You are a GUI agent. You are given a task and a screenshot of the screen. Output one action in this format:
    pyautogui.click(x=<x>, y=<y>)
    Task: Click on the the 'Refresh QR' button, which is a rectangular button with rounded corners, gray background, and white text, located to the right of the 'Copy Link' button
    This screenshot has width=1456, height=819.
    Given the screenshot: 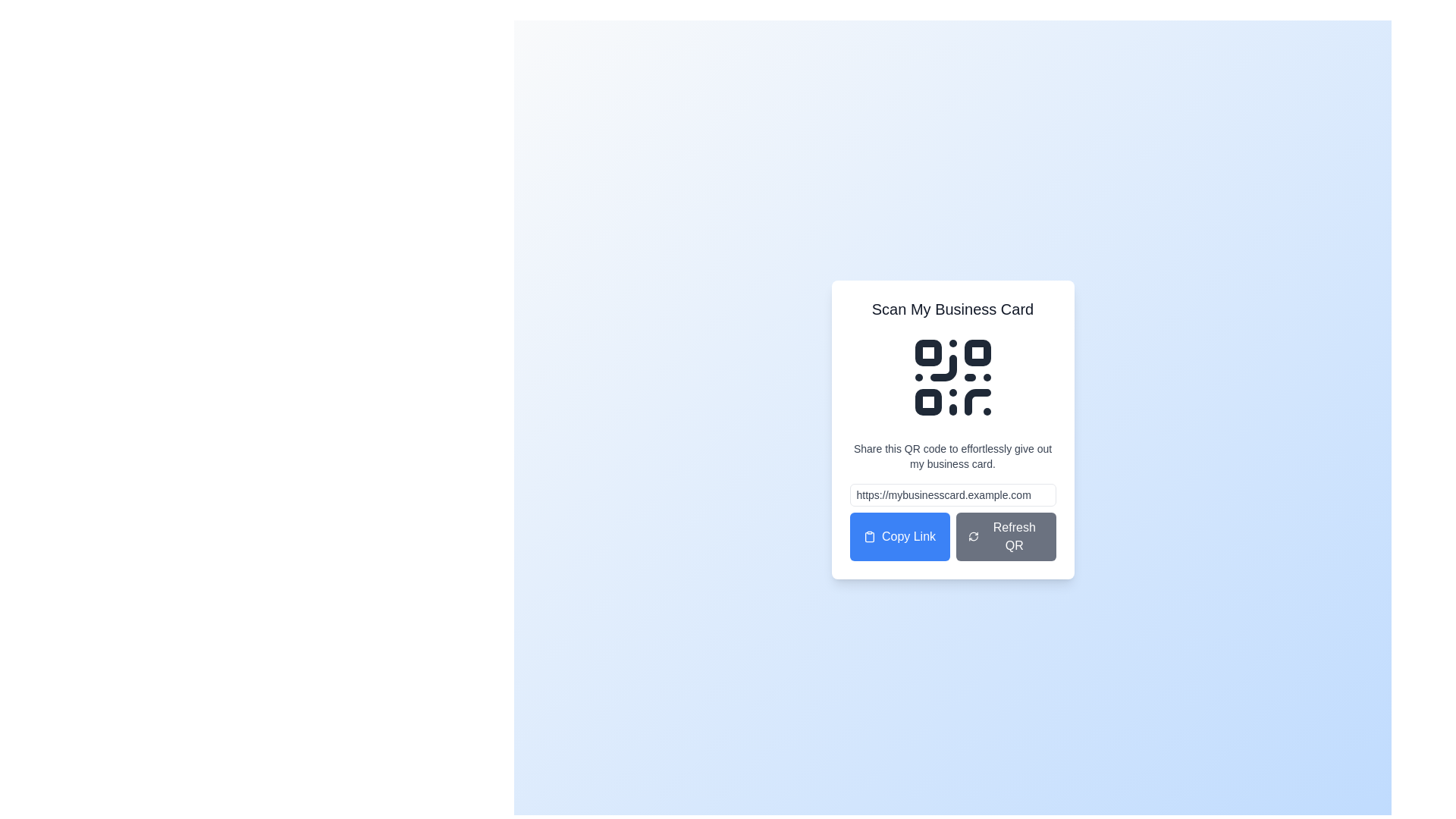 What is the action you would take?
    pyautogui.click(x=1006, y=536)
    